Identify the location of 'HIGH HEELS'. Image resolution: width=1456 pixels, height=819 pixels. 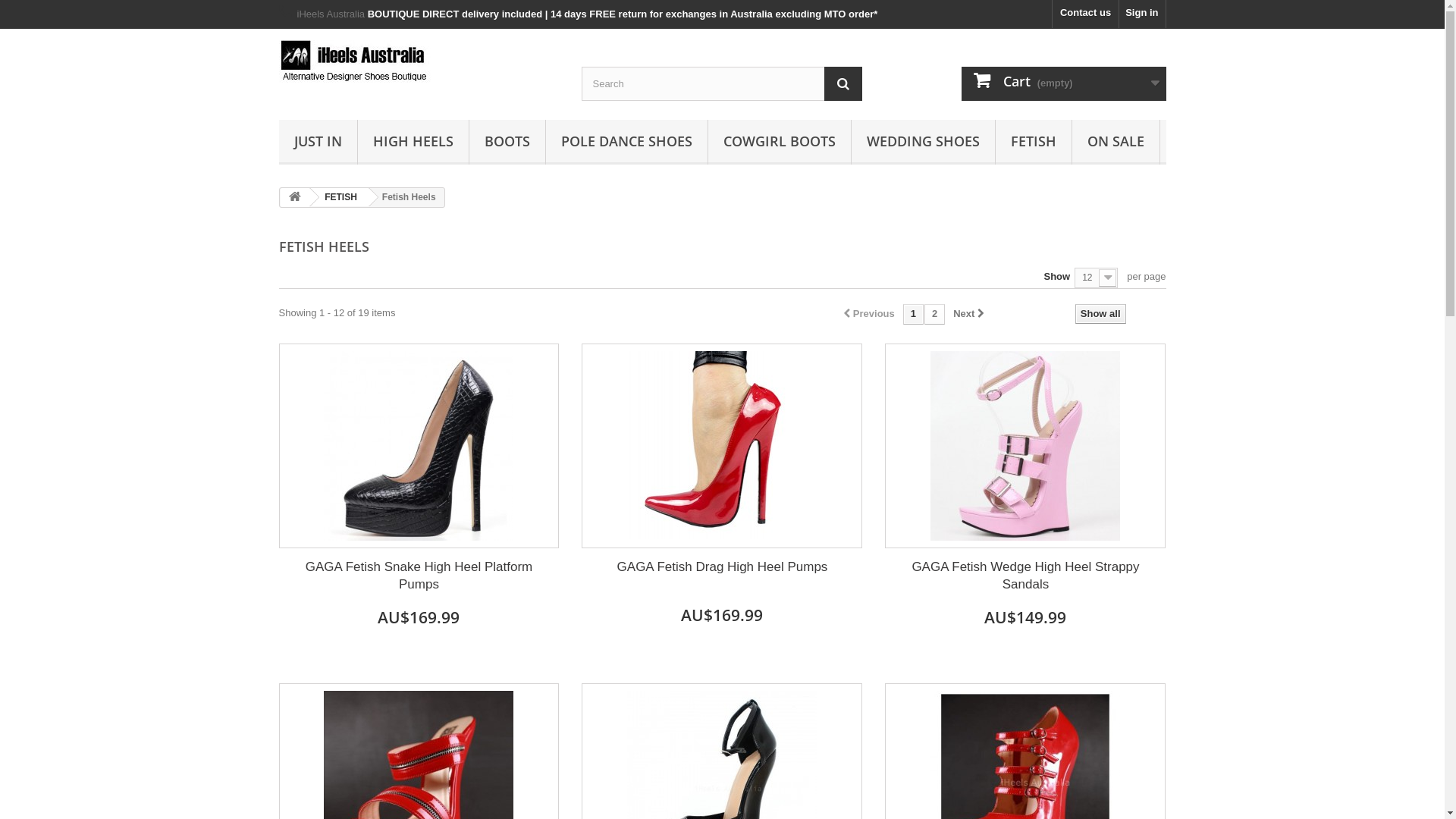
(413, 142).